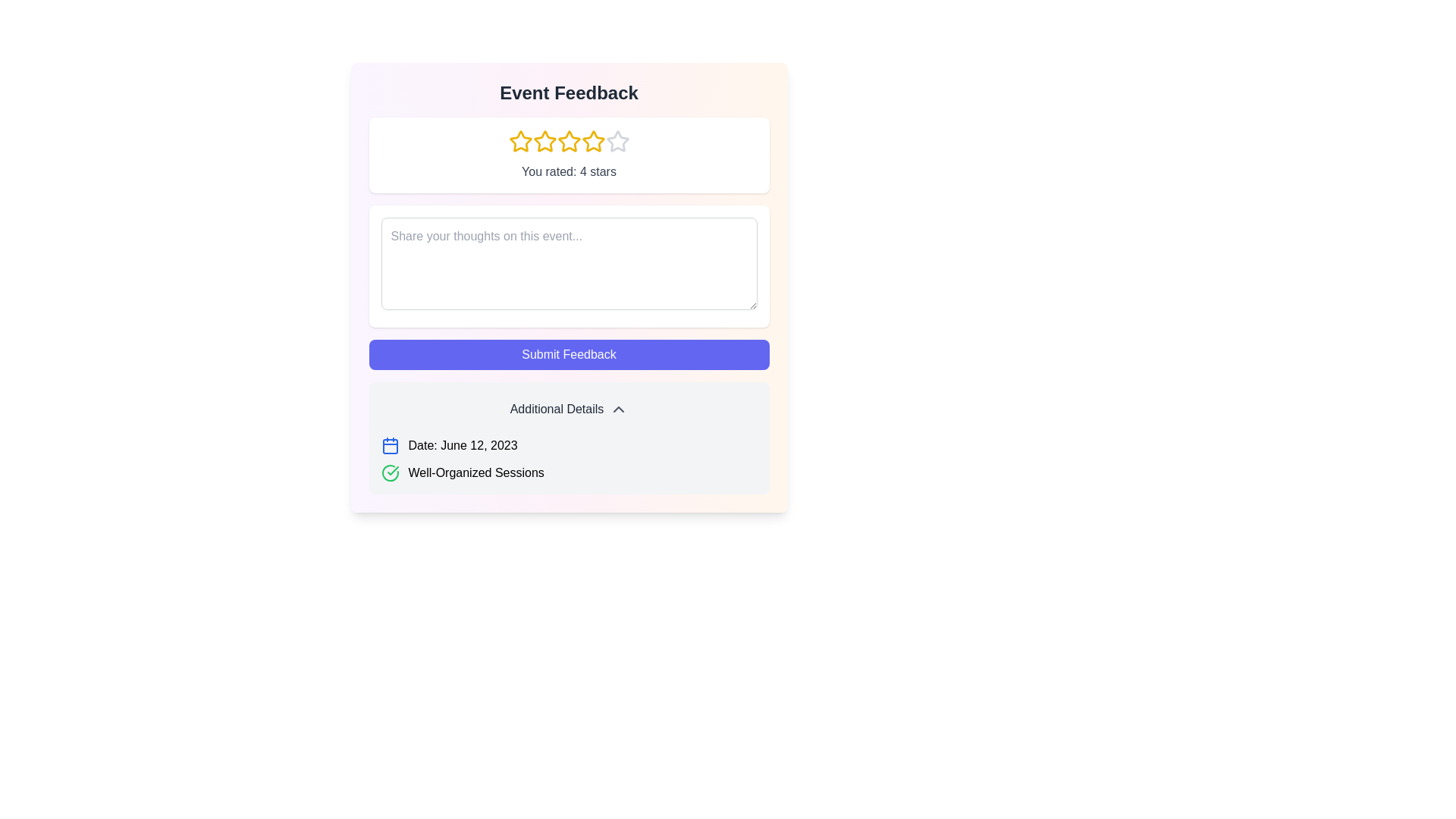 This screenshot has width=1456, height=819. I want to click on the second yellow outlined star icon with a hollow center in the rating system, so click(544, 141).